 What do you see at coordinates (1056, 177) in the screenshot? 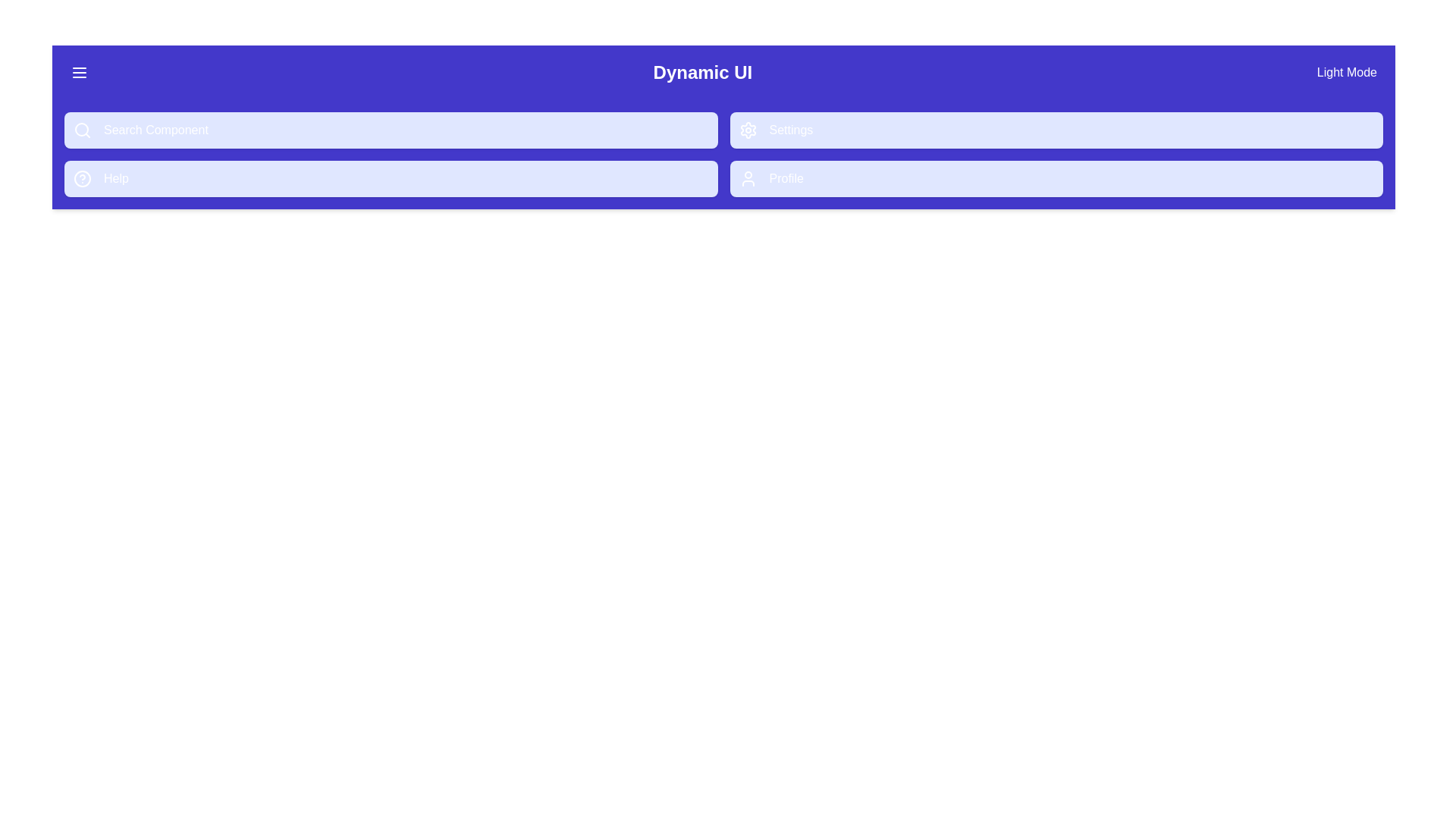
I see `the menu option Profile from the menu` at bounding box center [1056, 177].